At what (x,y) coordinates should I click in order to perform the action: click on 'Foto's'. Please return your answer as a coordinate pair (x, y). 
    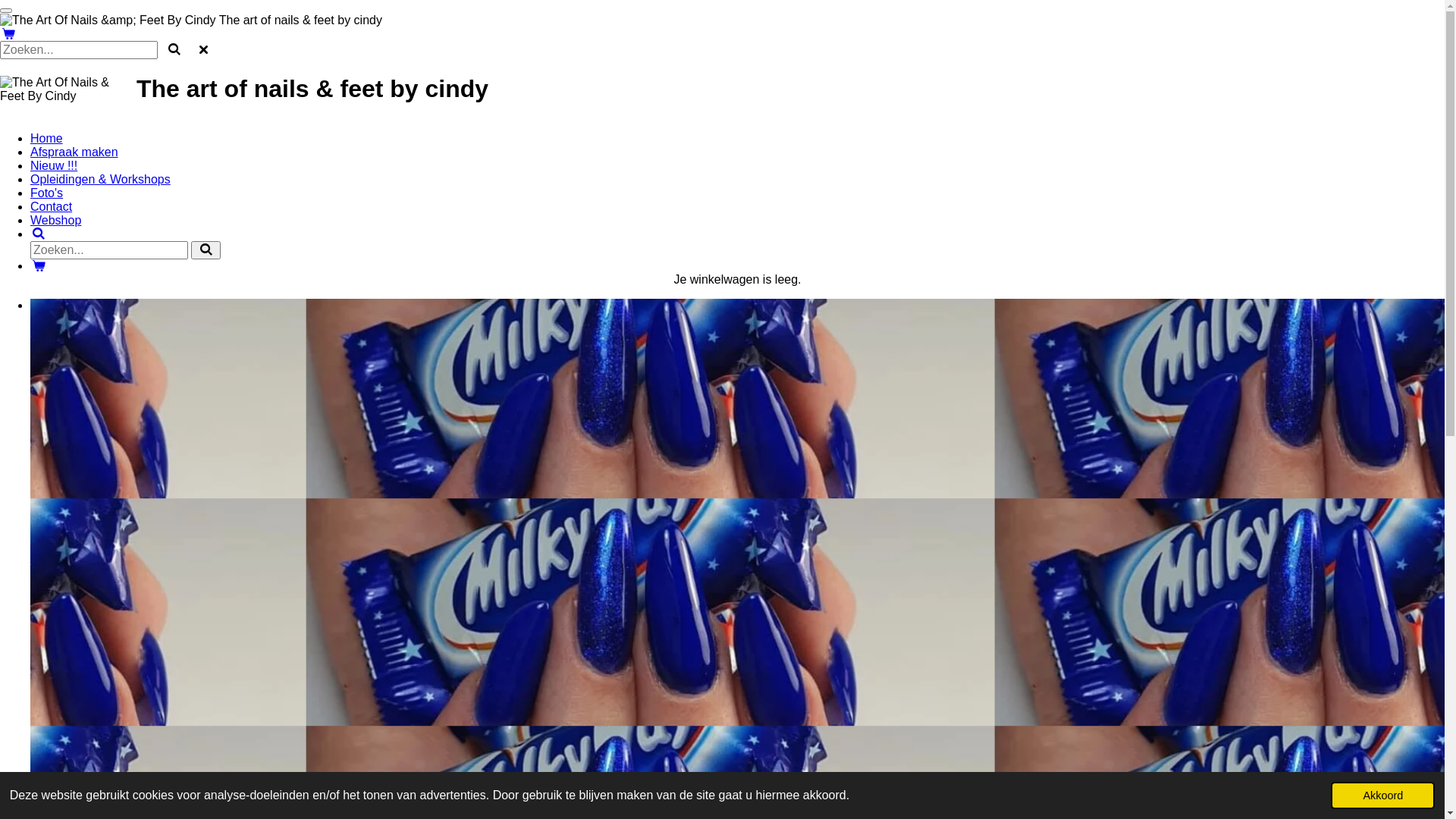
    Looking at the image, I should click on (46, 192).